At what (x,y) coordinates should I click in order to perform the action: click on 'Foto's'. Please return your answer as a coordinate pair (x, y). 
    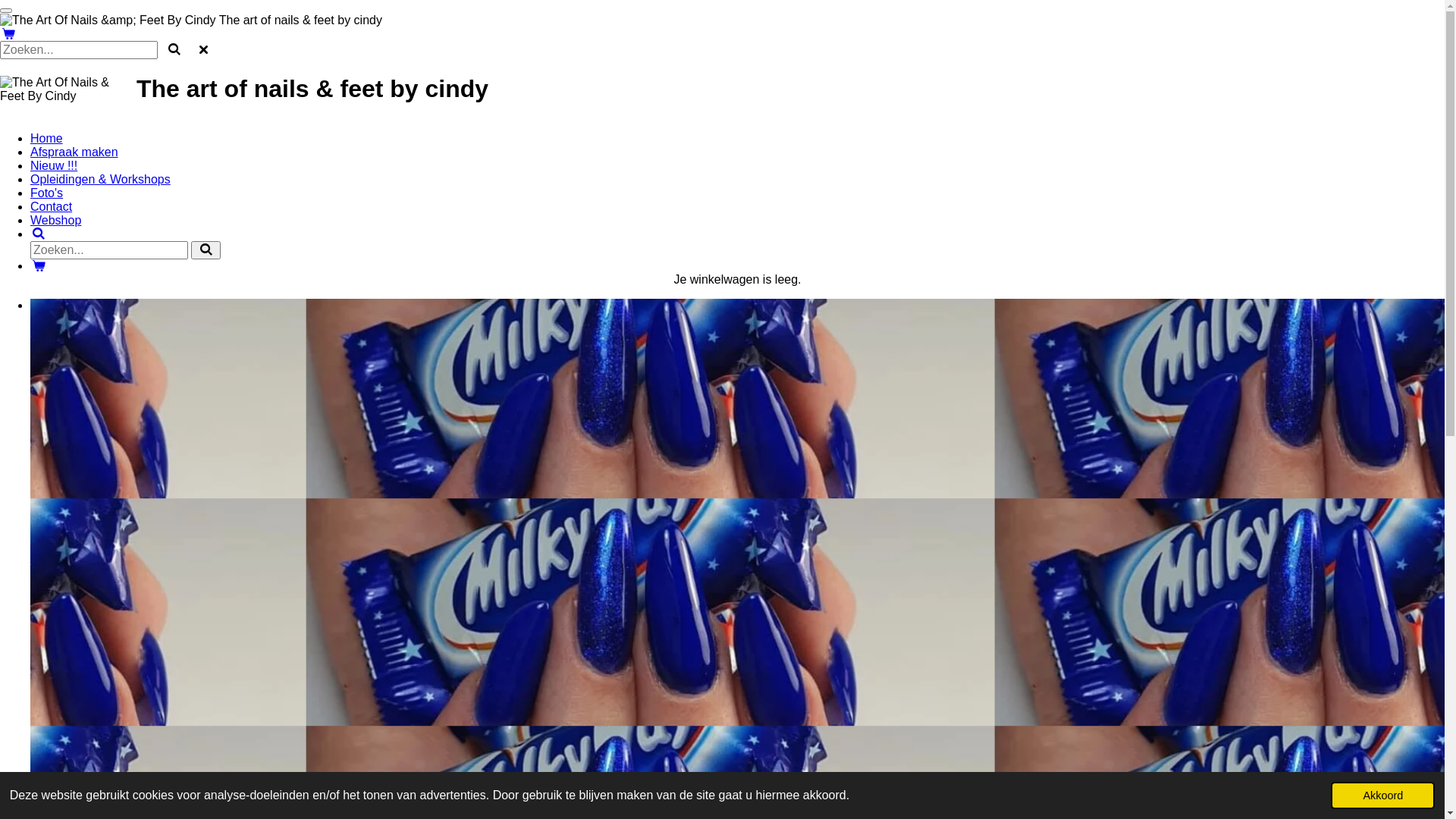
    Looking at the image, I should click on (46, 192).